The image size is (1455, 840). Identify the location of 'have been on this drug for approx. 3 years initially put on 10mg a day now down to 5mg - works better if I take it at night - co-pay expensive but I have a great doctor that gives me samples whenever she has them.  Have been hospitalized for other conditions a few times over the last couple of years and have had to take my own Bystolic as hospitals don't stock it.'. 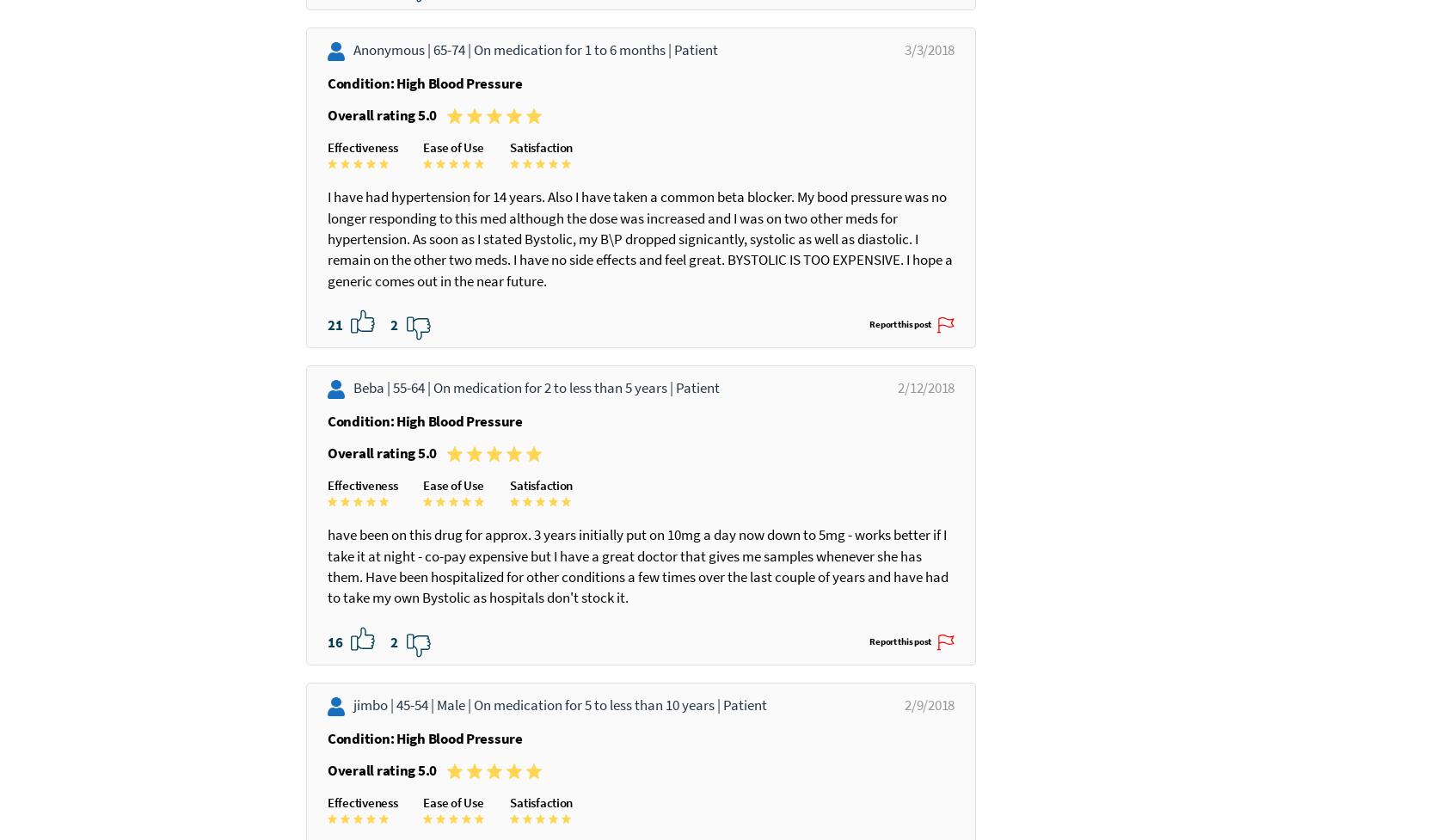
(328, 711).